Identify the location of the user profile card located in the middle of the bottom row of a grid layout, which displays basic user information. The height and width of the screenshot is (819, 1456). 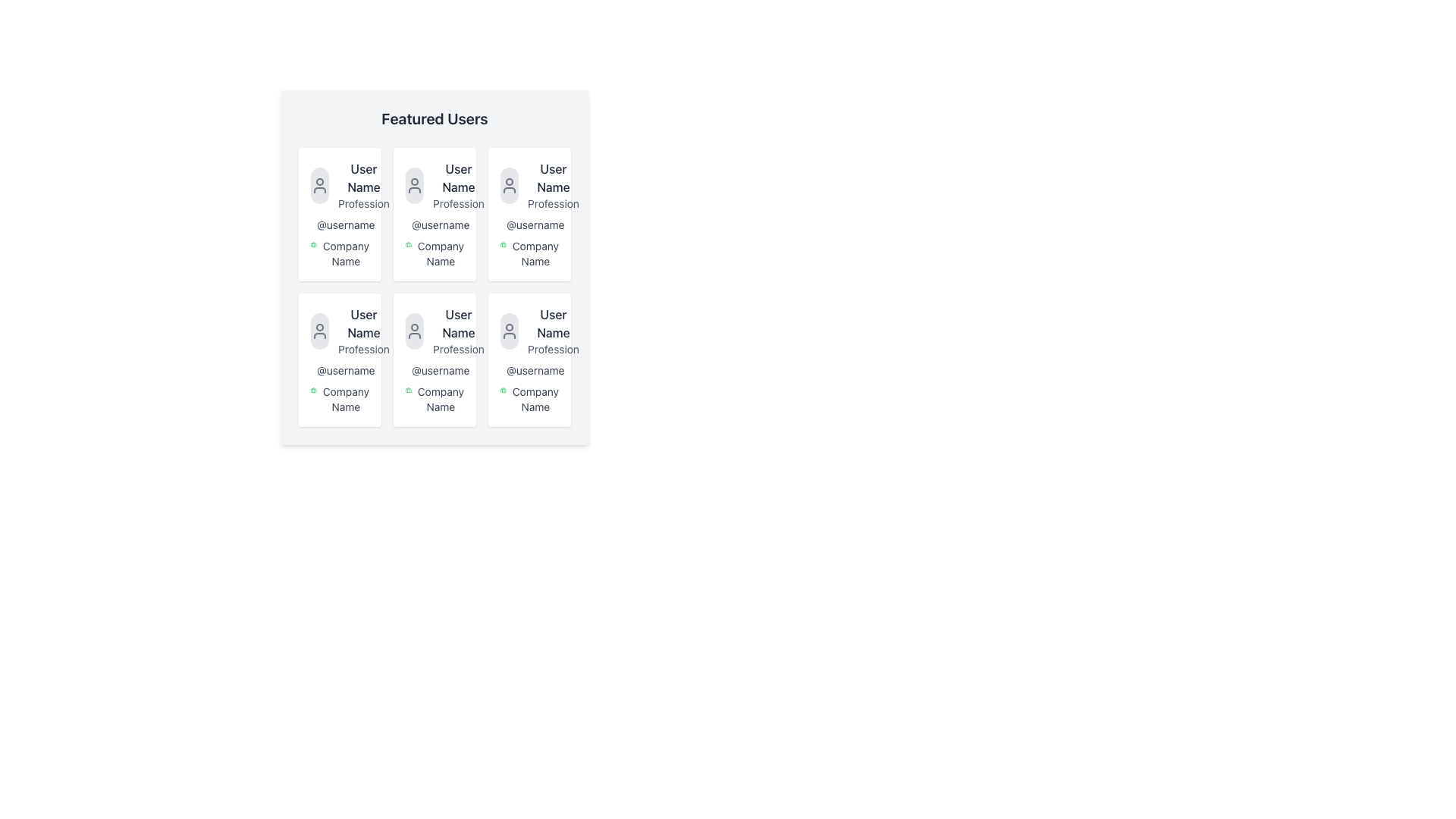
(434, 359).